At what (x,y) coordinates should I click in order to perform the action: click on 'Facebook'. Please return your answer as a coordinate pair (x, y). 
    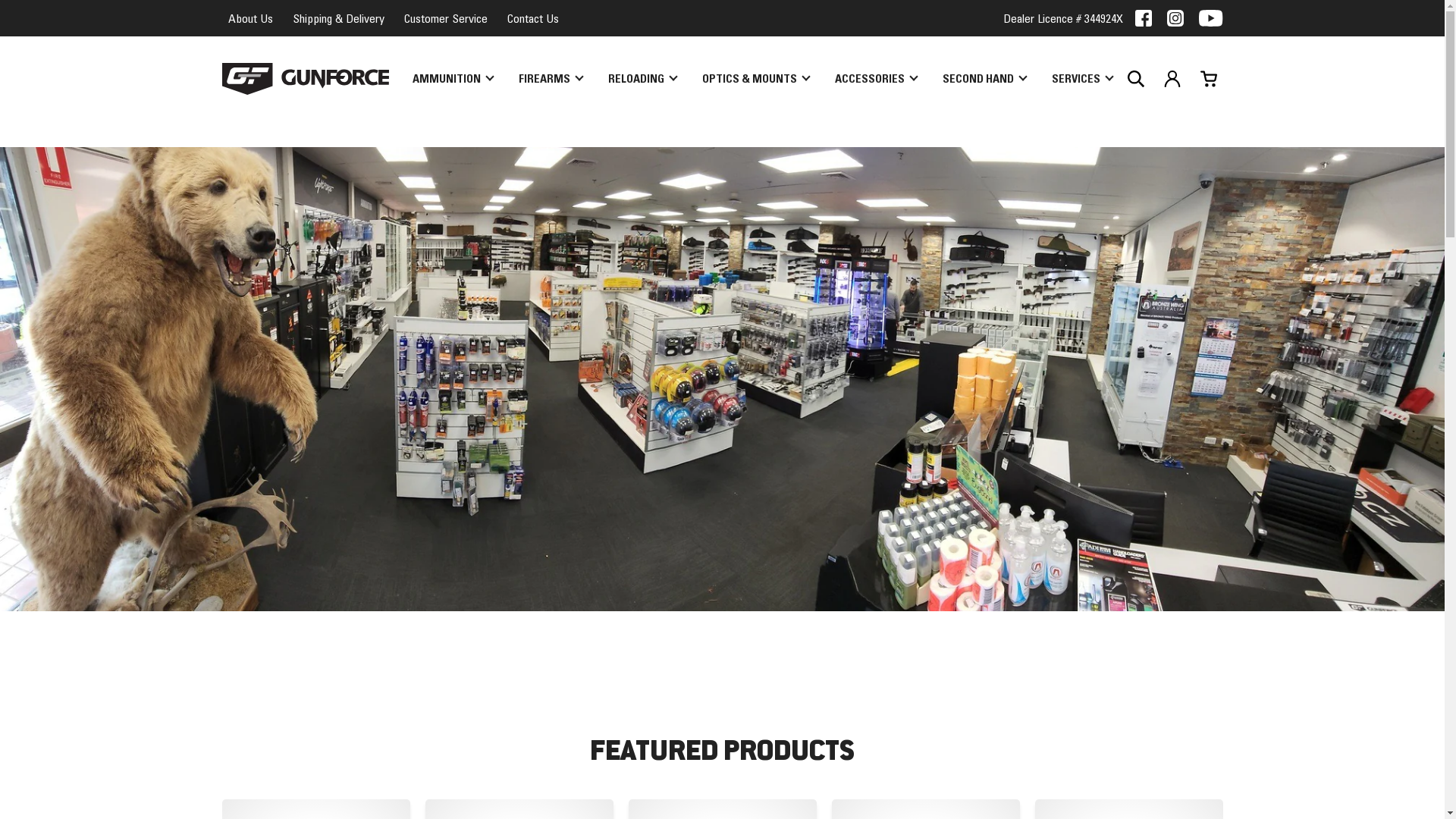
    Looking at the image, I should click on (1143, 17).